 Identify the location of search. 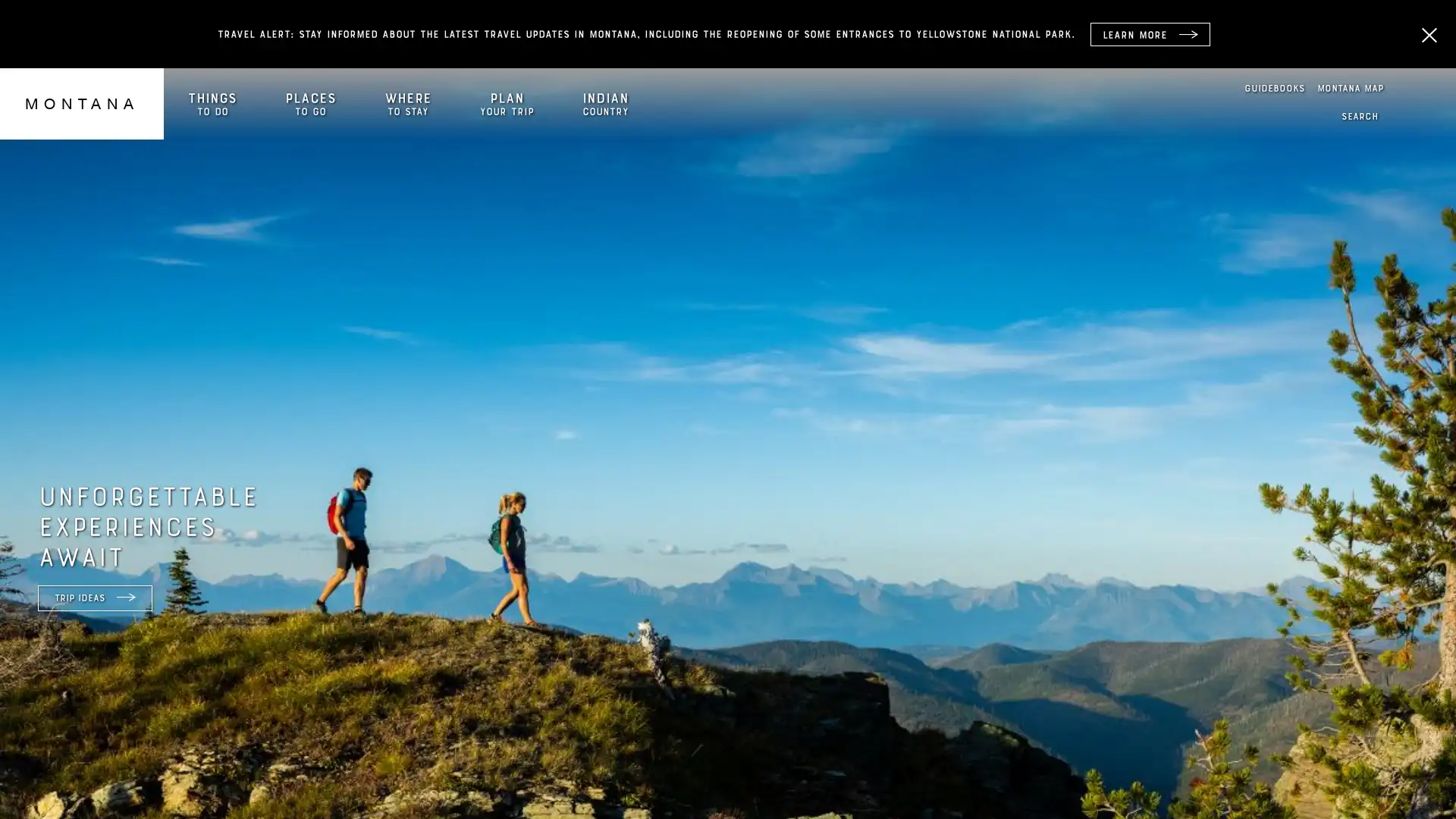
(1360, 116).